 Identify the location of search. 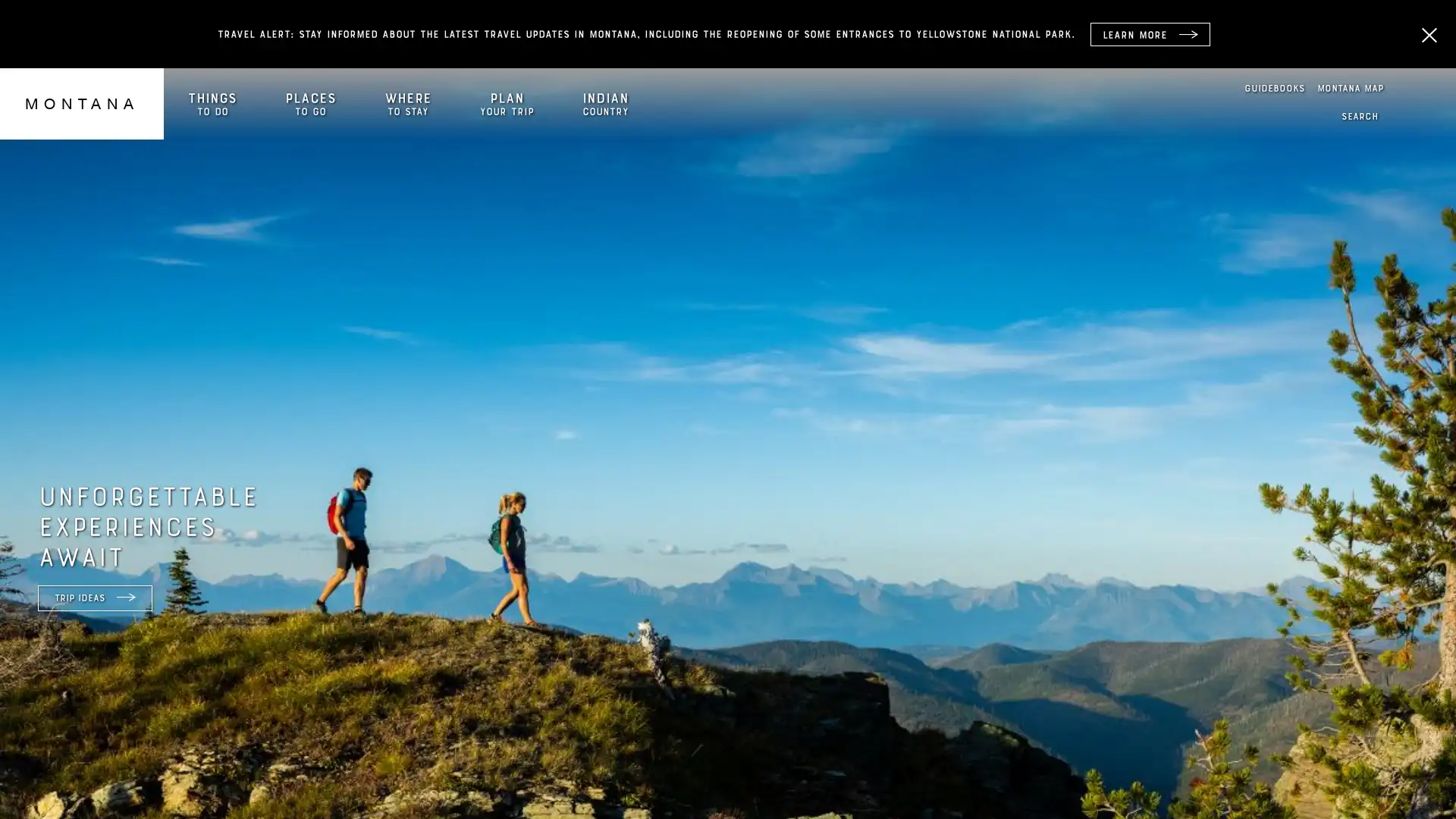
(1360, 116).